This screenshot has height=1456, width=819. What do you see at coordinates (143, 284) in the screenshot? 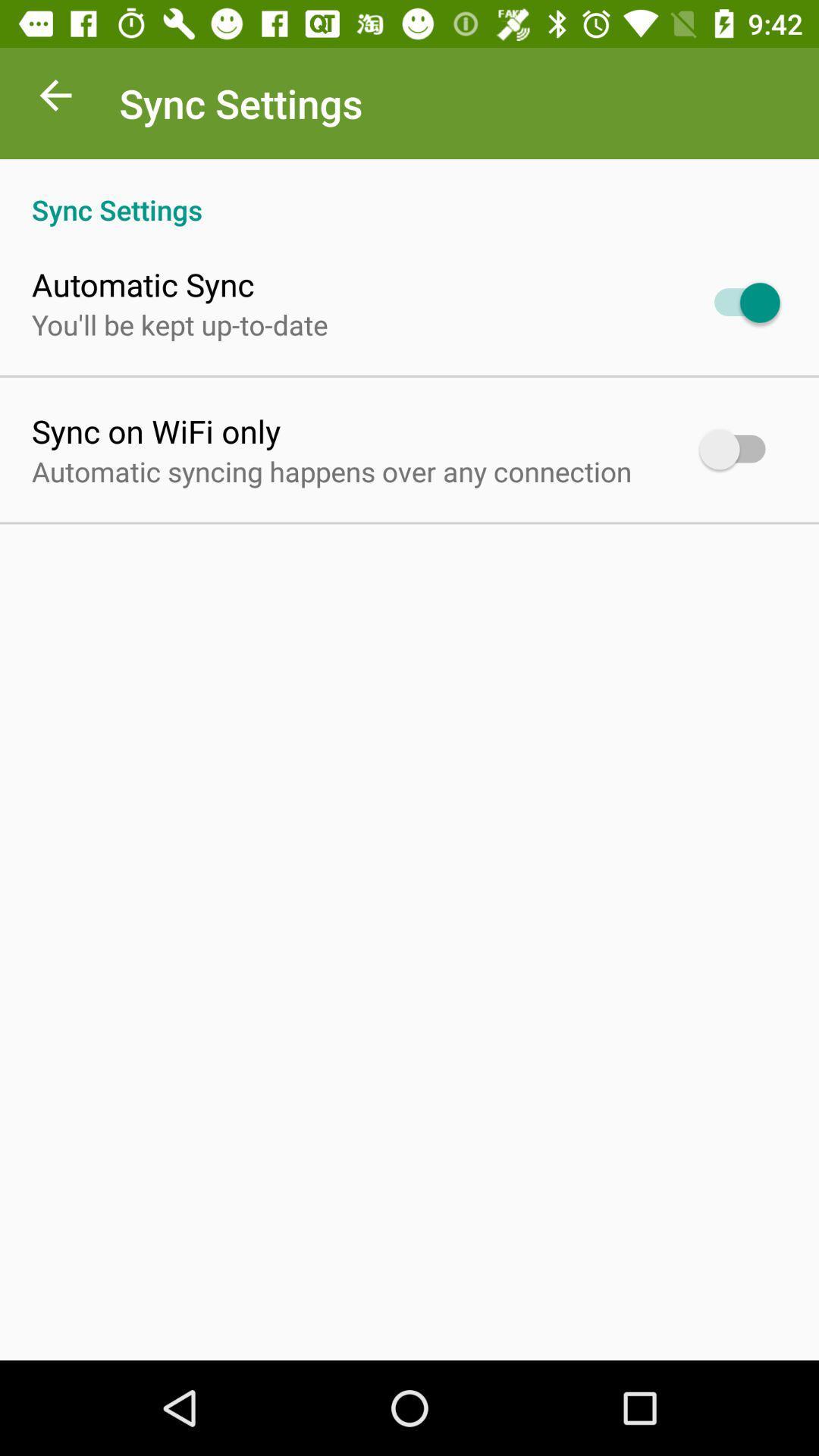
I see `the automatic sync app` at bounding box center [143, 284].